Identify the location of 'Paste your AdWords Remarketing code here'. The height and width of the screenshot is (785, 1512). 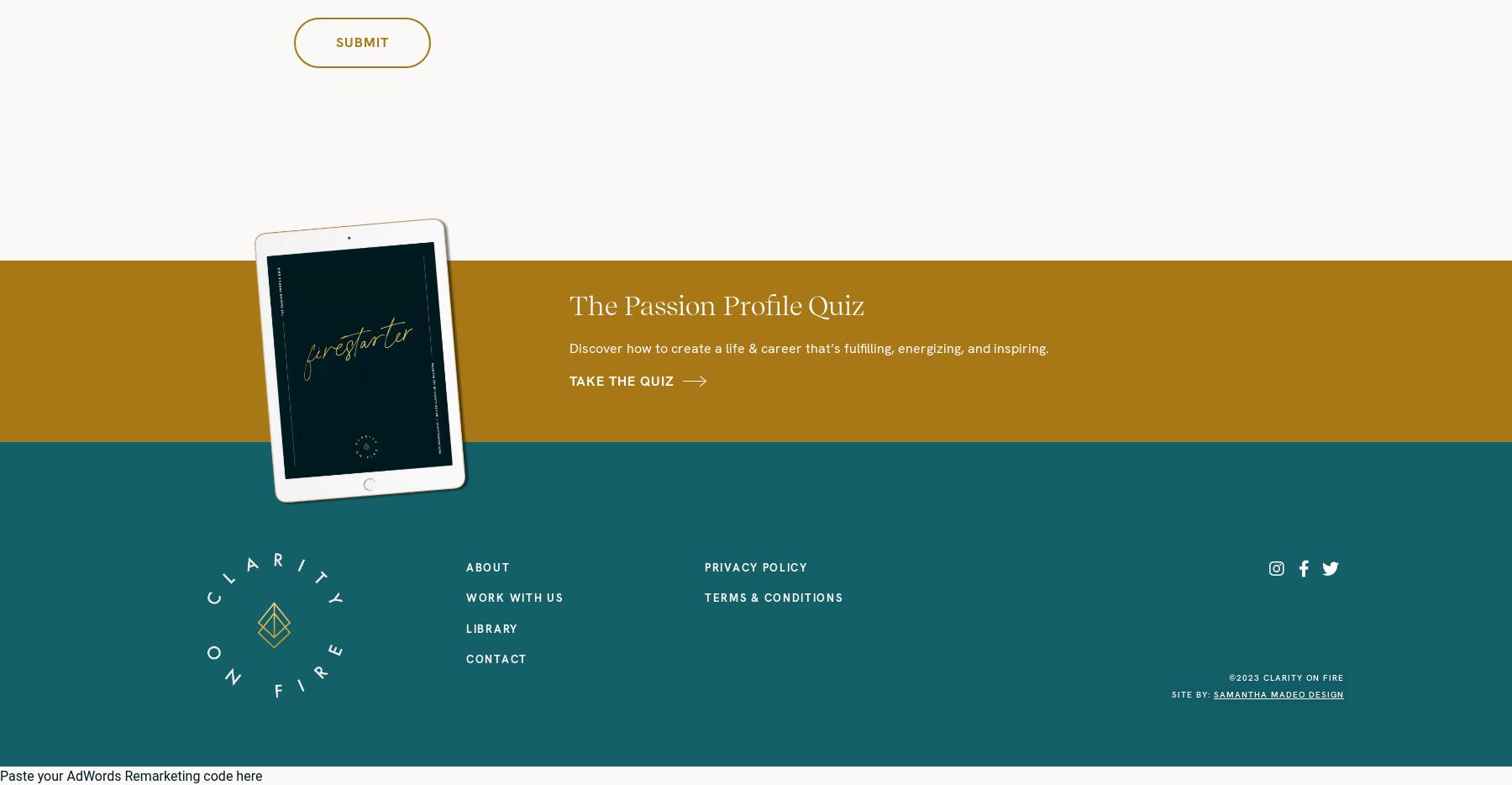
(131, 776).